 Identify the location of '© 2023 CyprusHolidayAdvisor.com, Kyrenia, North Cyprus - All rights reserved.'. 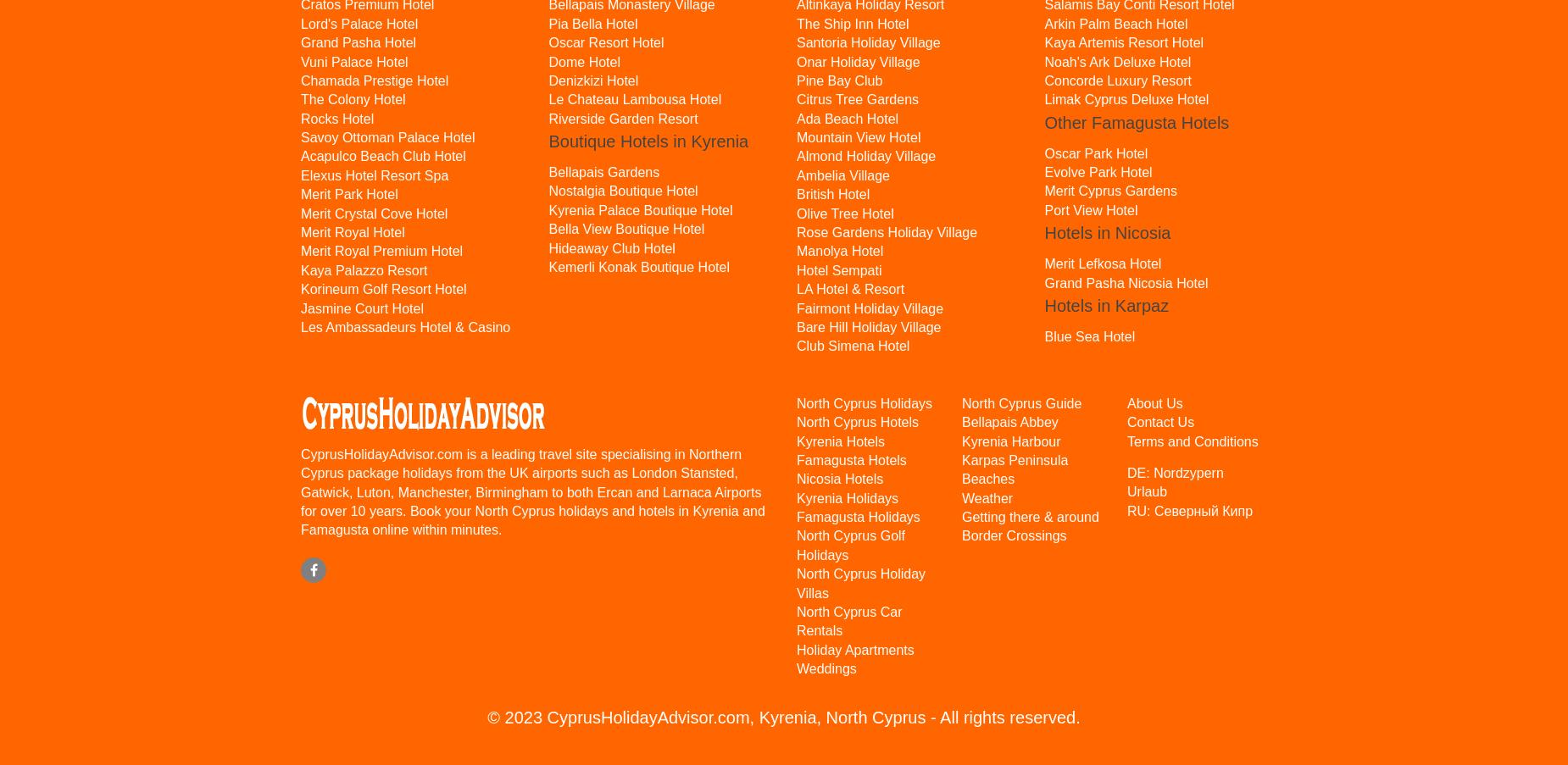
(783, 717).